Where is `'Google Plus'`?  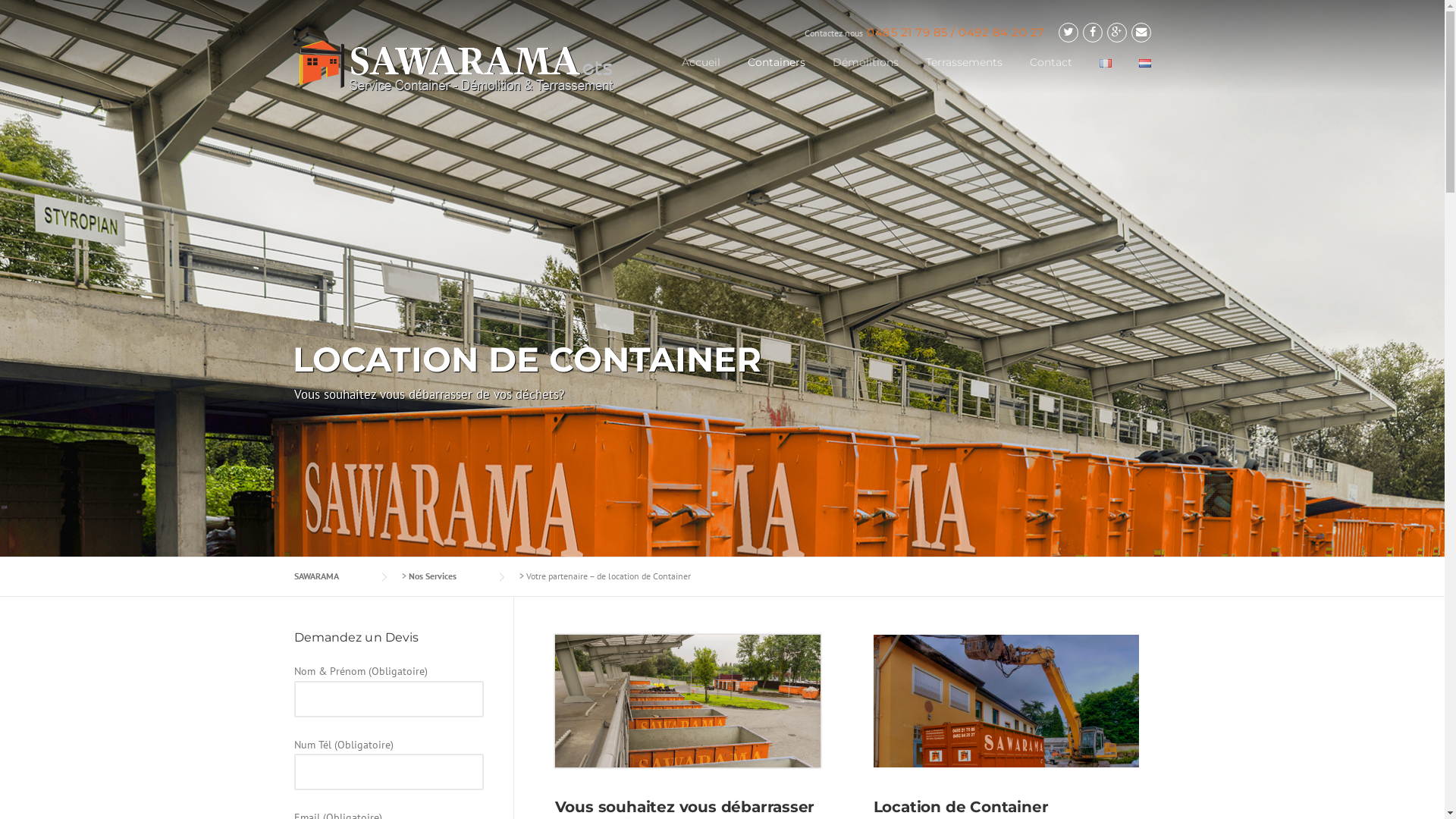
'Google Plus' is located at coordinates (1117, 32).